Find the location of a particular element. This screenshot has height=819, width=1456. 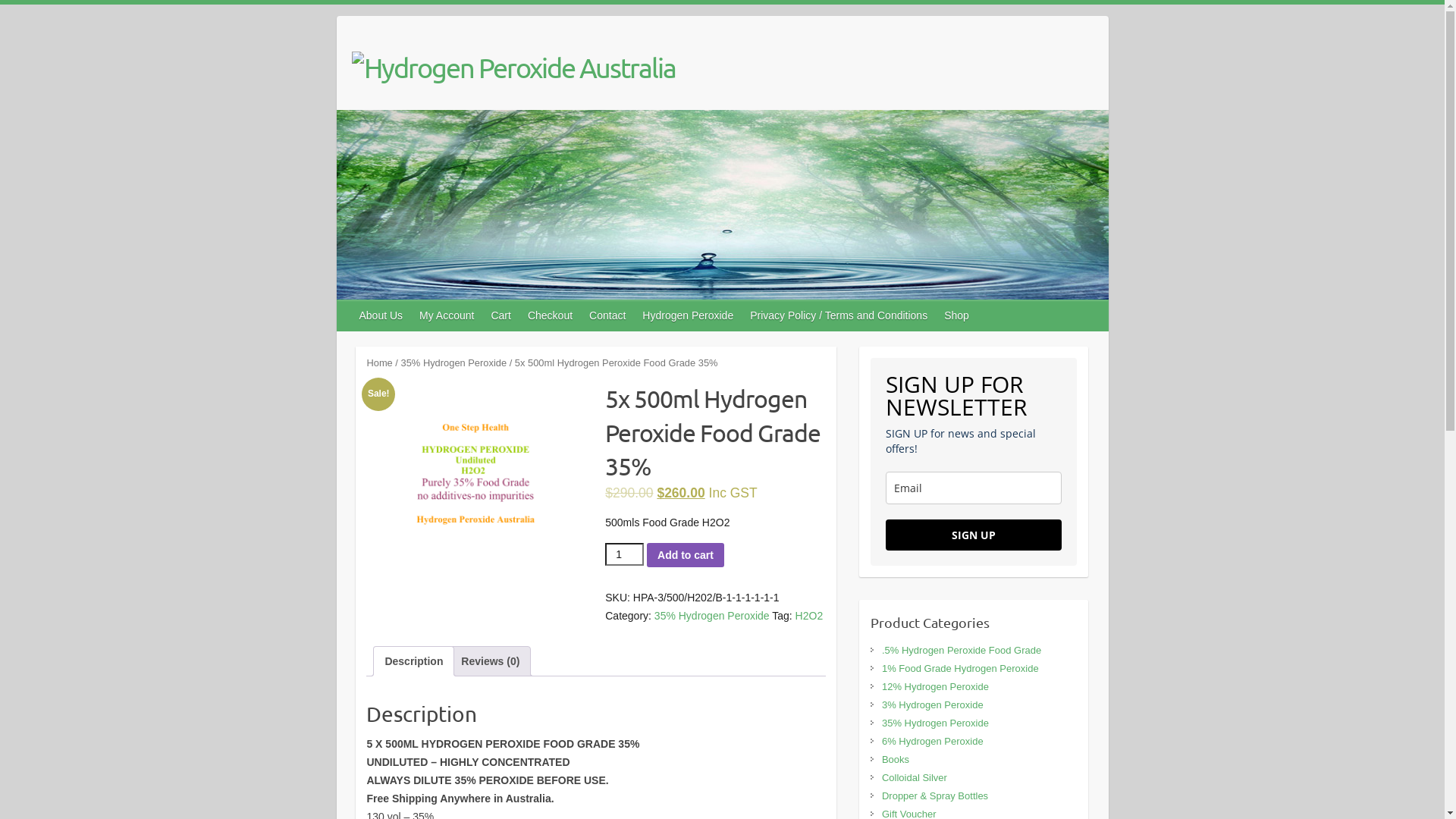

'Home' is located at coordinates (378, 362).